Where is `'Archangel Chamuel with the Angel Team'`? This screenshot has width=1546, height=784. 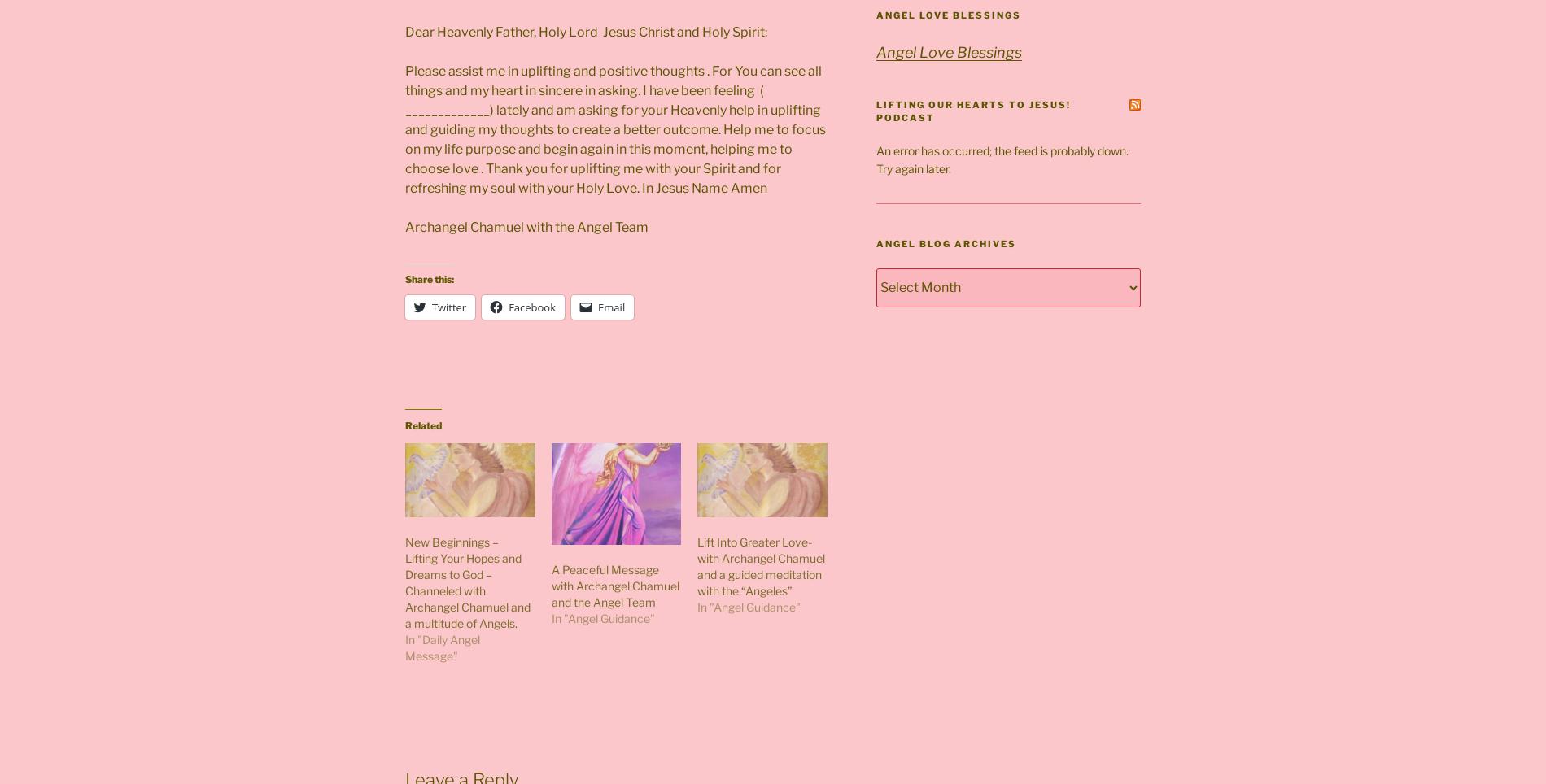 'Archangel Chamuel with the Angel Team' is located at coordinates (526, 225).